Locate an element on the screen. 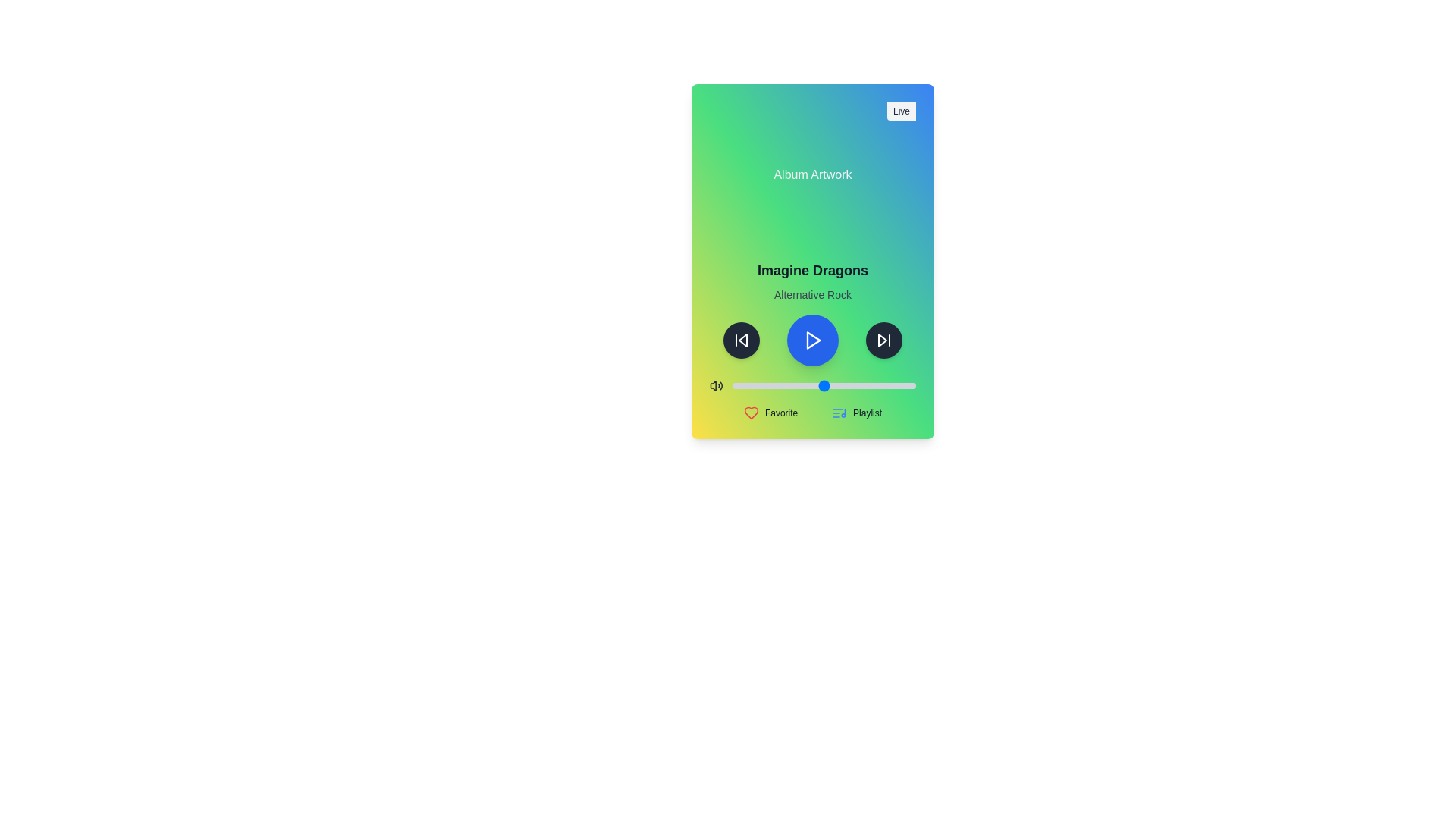 The image size is (1456, 819). the favorite icon is located at coordinates (770, 413).